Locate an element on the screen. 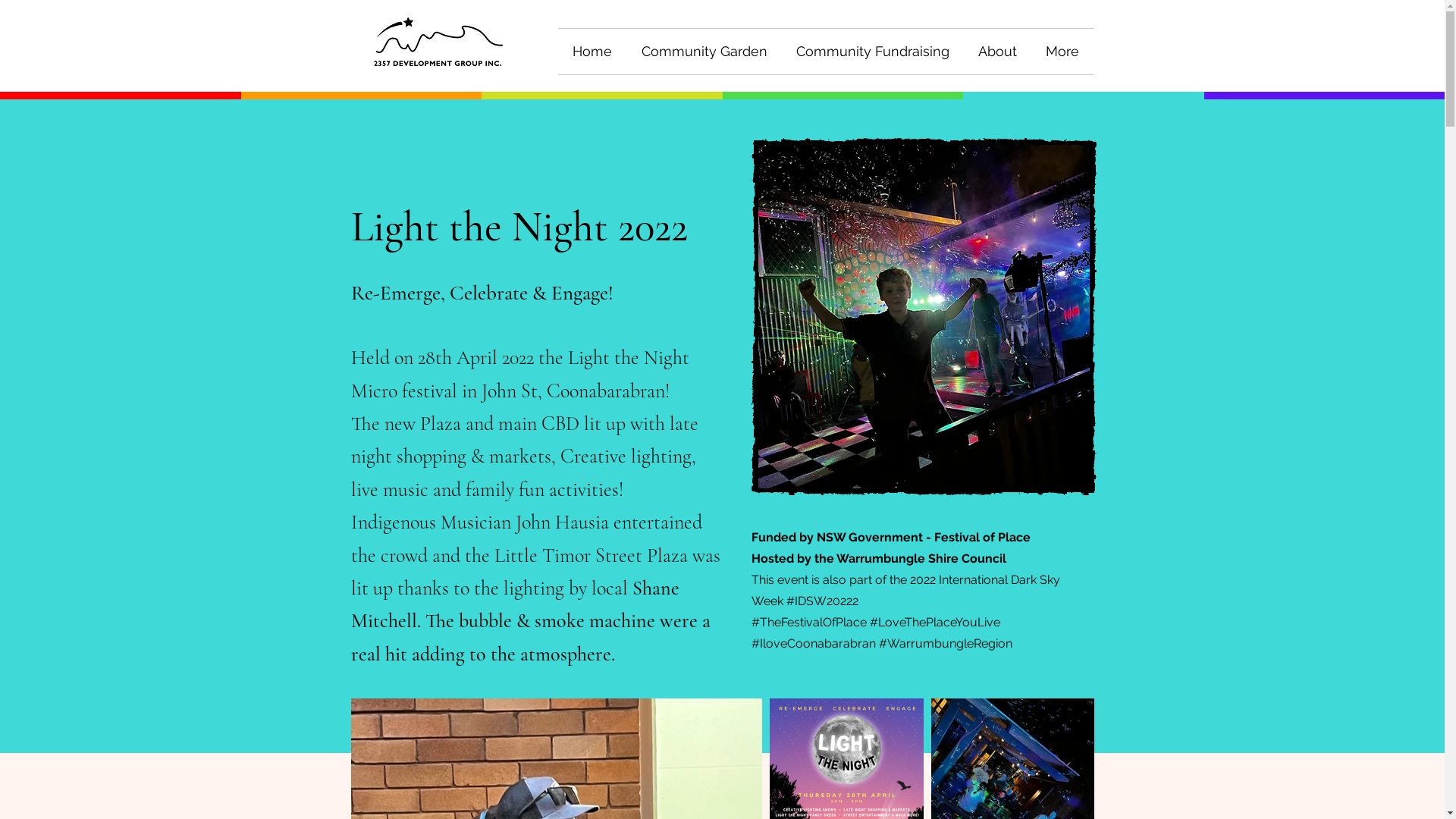  'About' is located at coordinates (962, 51).